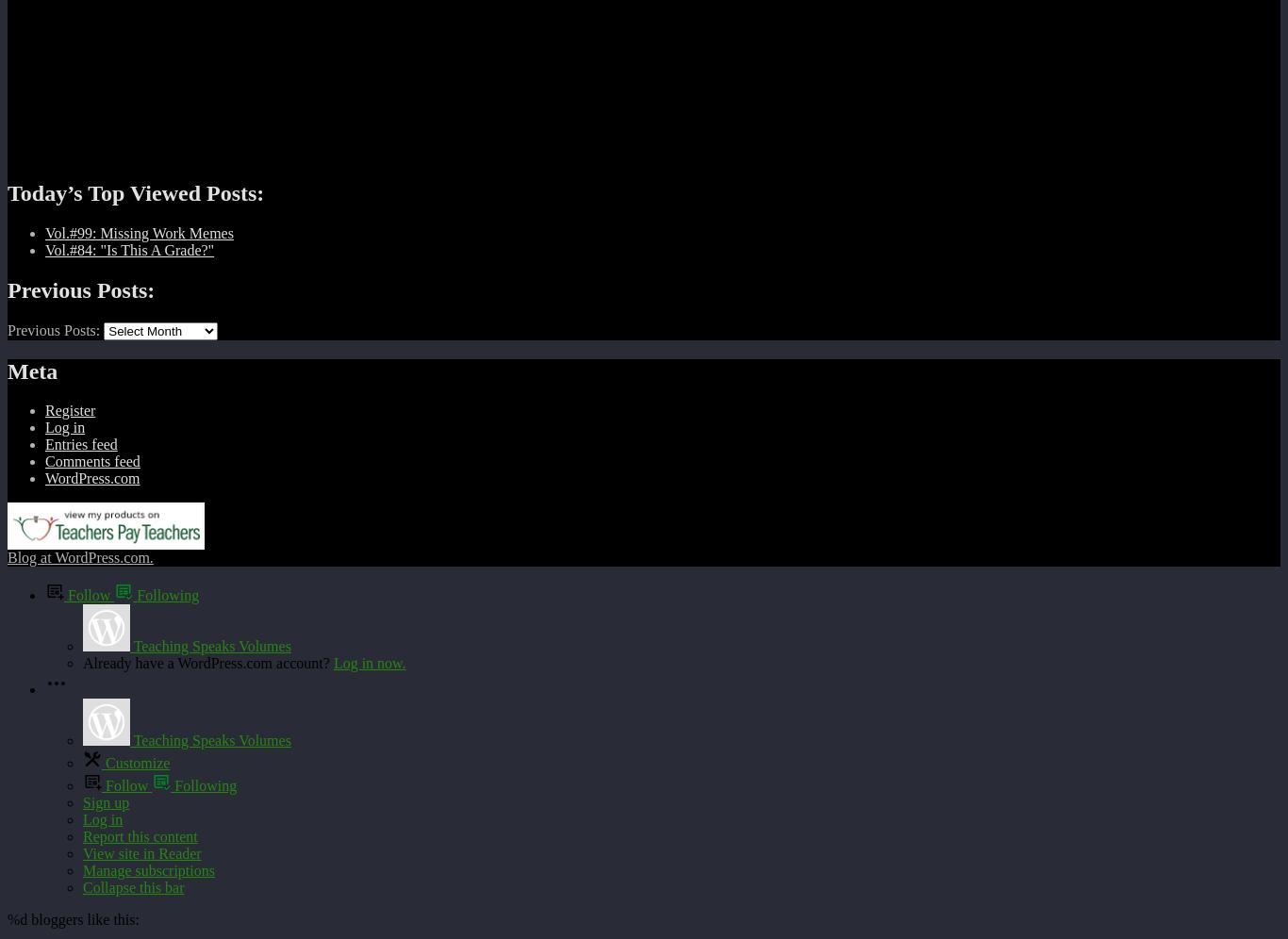 This screenshot has height=939, width=1288. I want to click on 'bloggers like this:', so click(82, 918).